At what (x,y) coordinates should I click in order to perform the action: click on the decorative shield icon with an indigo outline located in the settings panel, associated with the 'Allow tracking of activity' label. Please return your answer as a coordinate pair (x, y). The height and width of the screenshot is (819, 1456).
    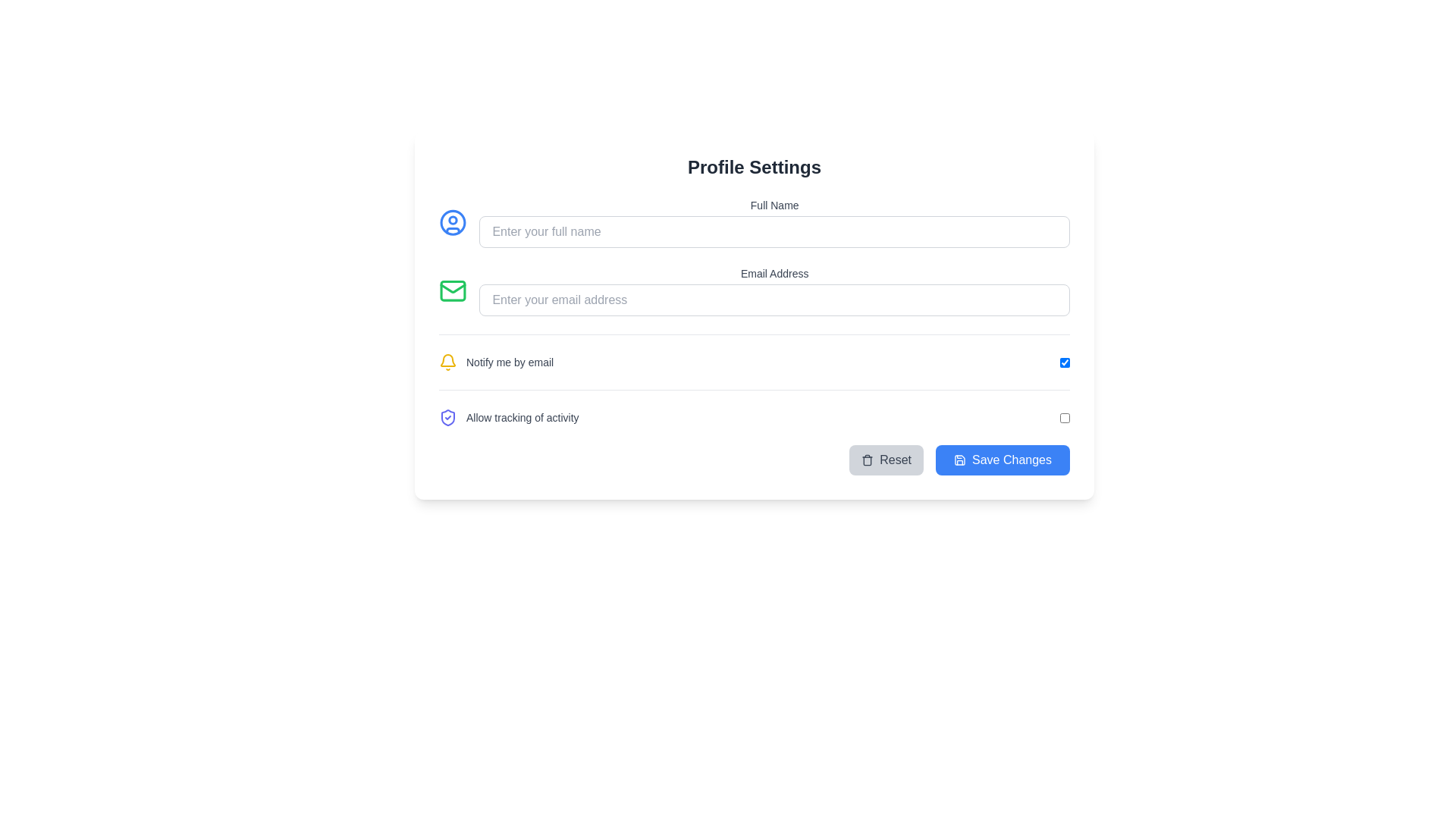
    Looking at the image, I should click on (447, 418).